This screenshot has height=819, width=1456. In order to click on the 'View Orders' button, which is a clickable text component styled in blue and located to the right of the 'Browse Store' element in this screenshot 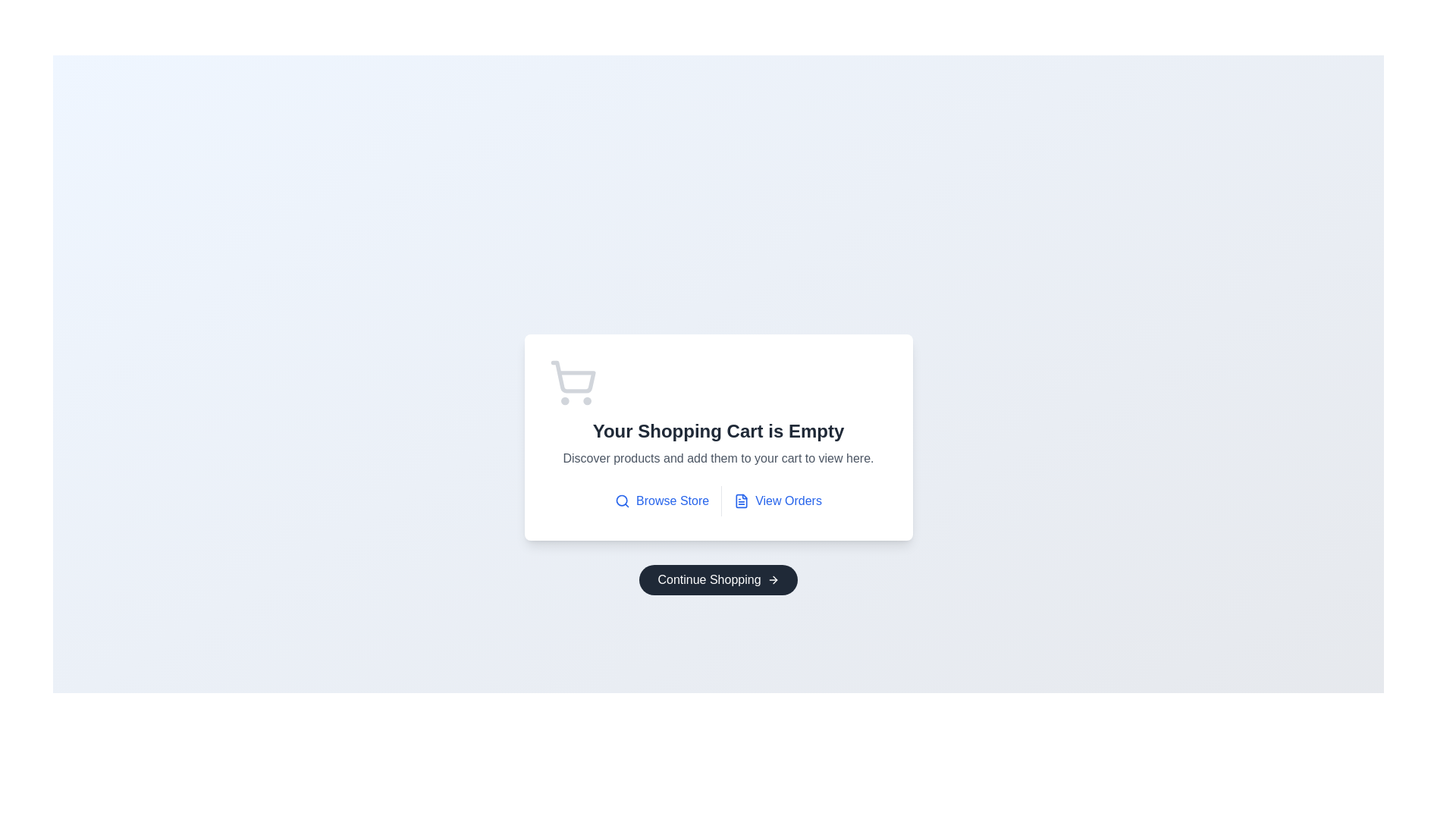, I will do `click(777, 500)`.